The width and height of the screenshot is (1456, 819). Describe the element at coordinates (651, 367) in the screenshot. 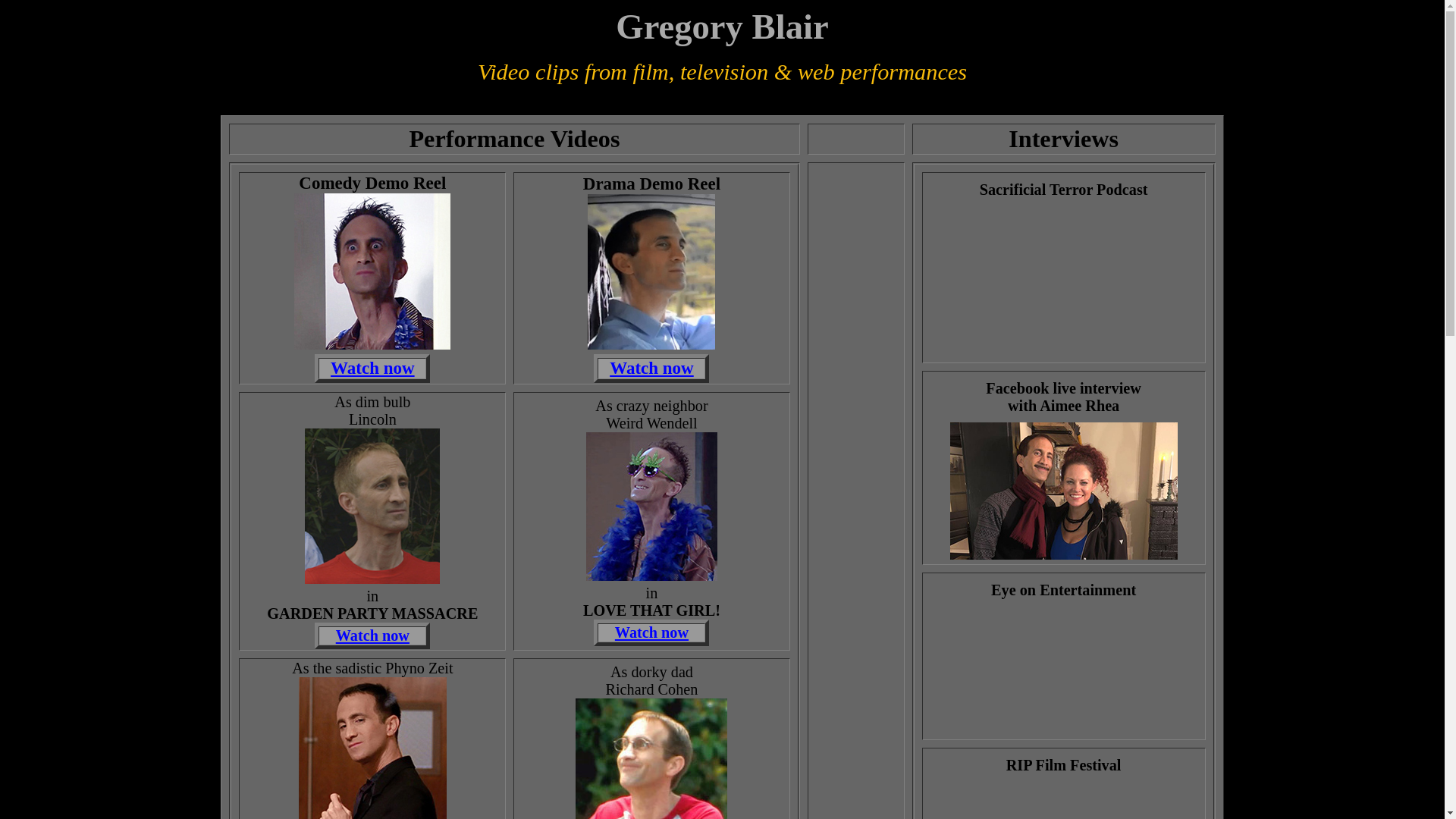

I see `'Watch now'` at that location.